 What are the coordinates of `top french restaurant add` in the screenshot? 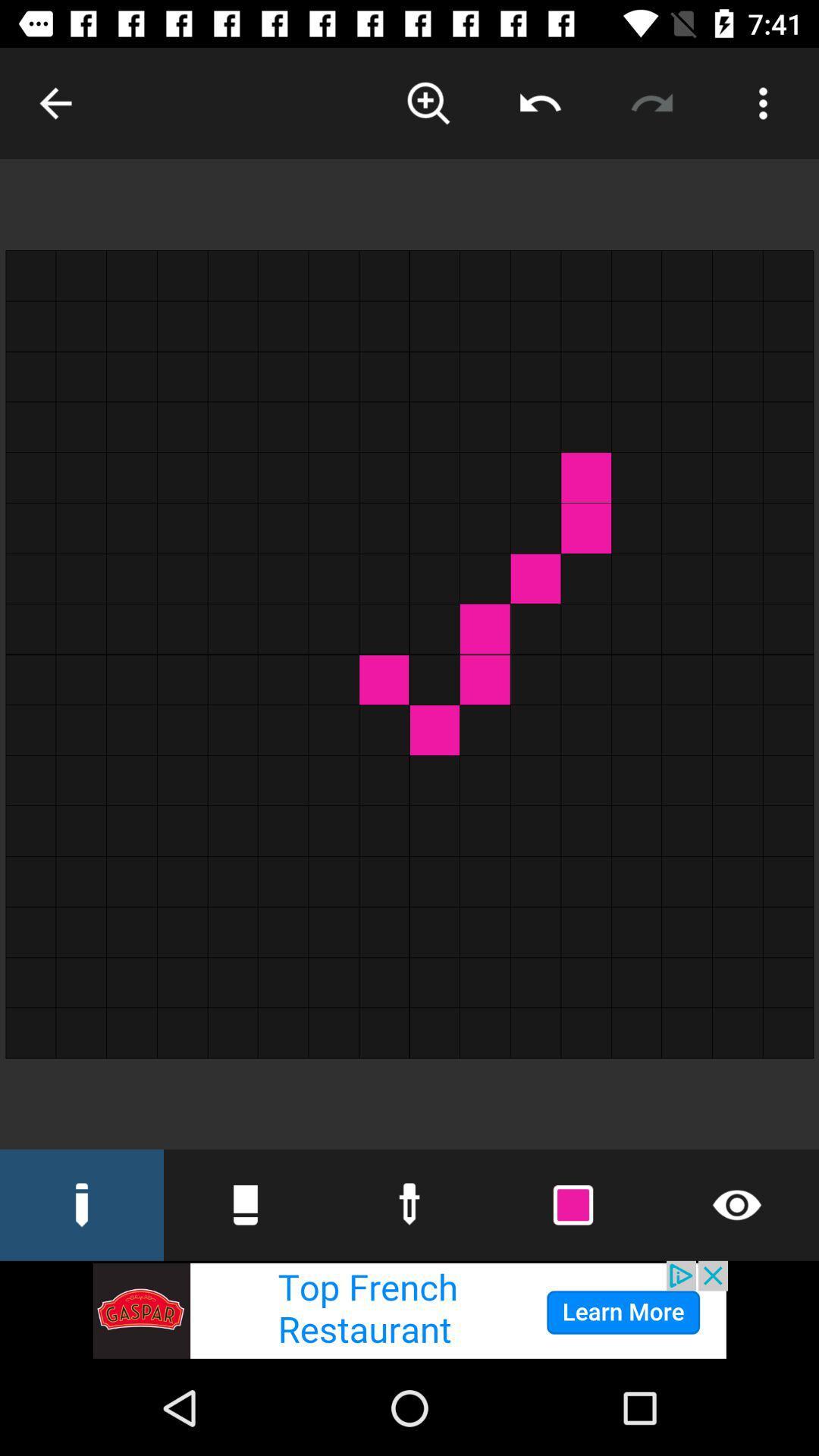 It's located at (409, 1310).